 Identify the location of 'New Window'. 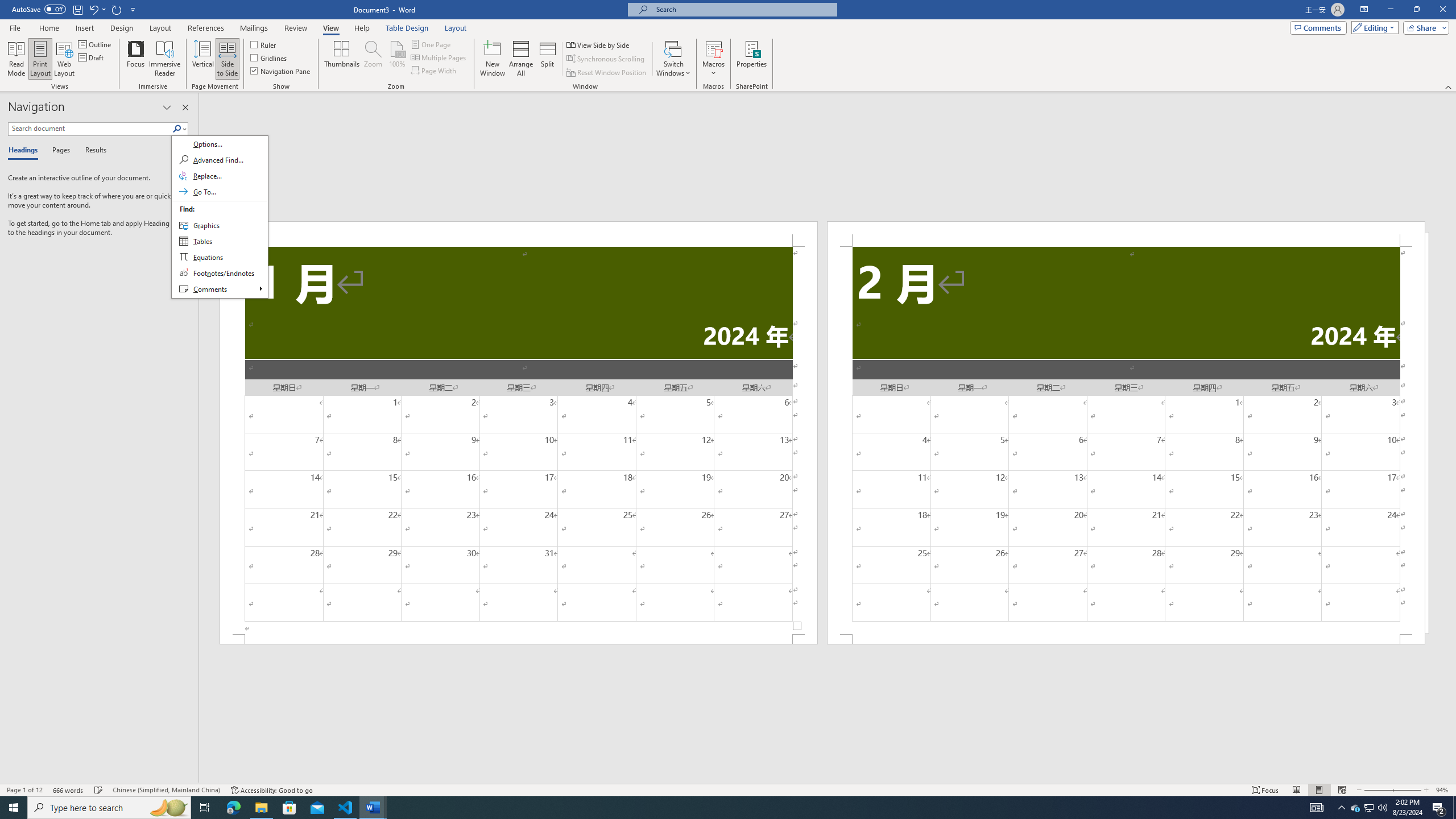
(492, 59).